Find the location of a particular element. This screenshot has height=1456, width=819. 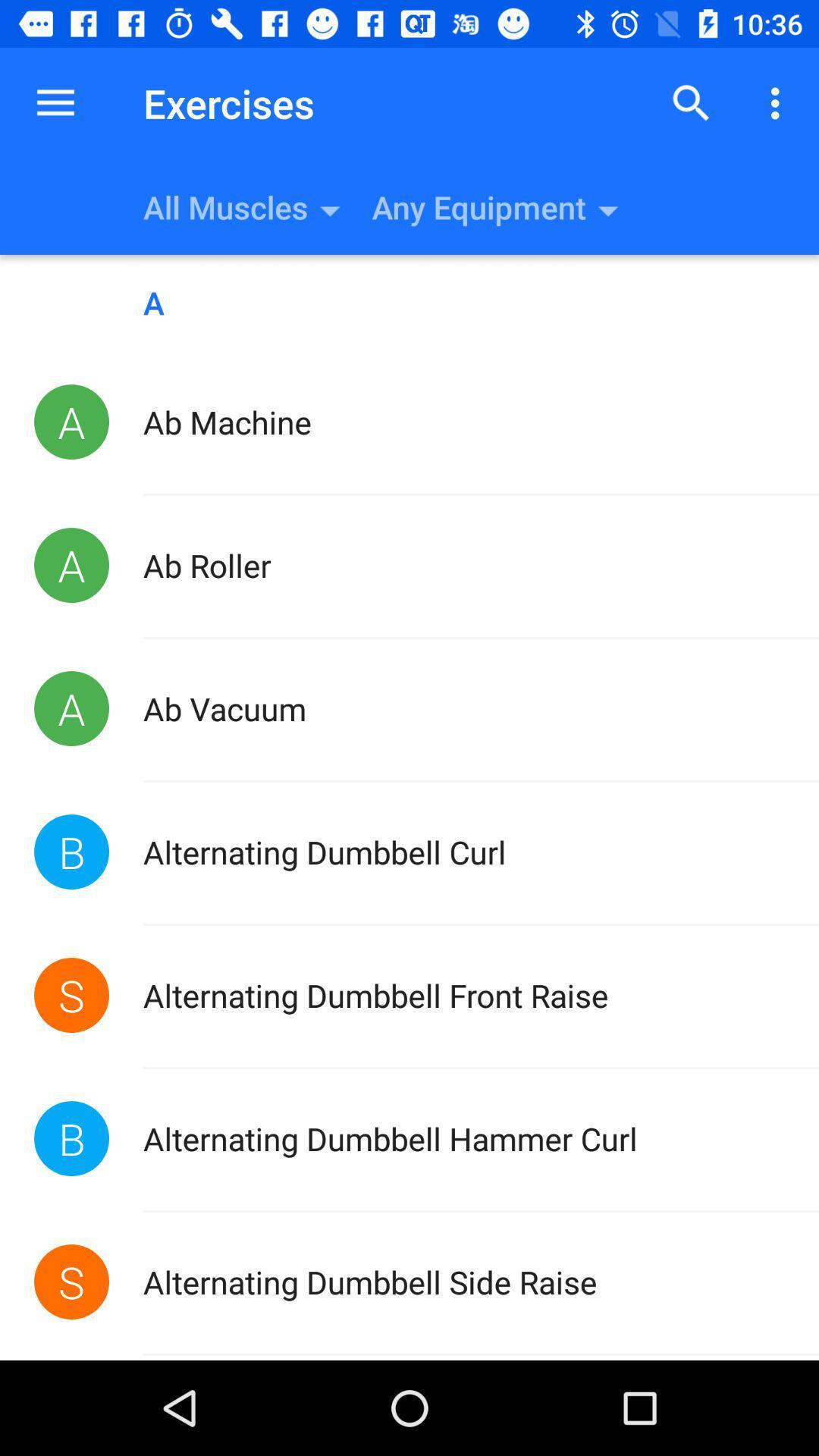

the item to the left of exercises item is located at coordinates (55, 102).